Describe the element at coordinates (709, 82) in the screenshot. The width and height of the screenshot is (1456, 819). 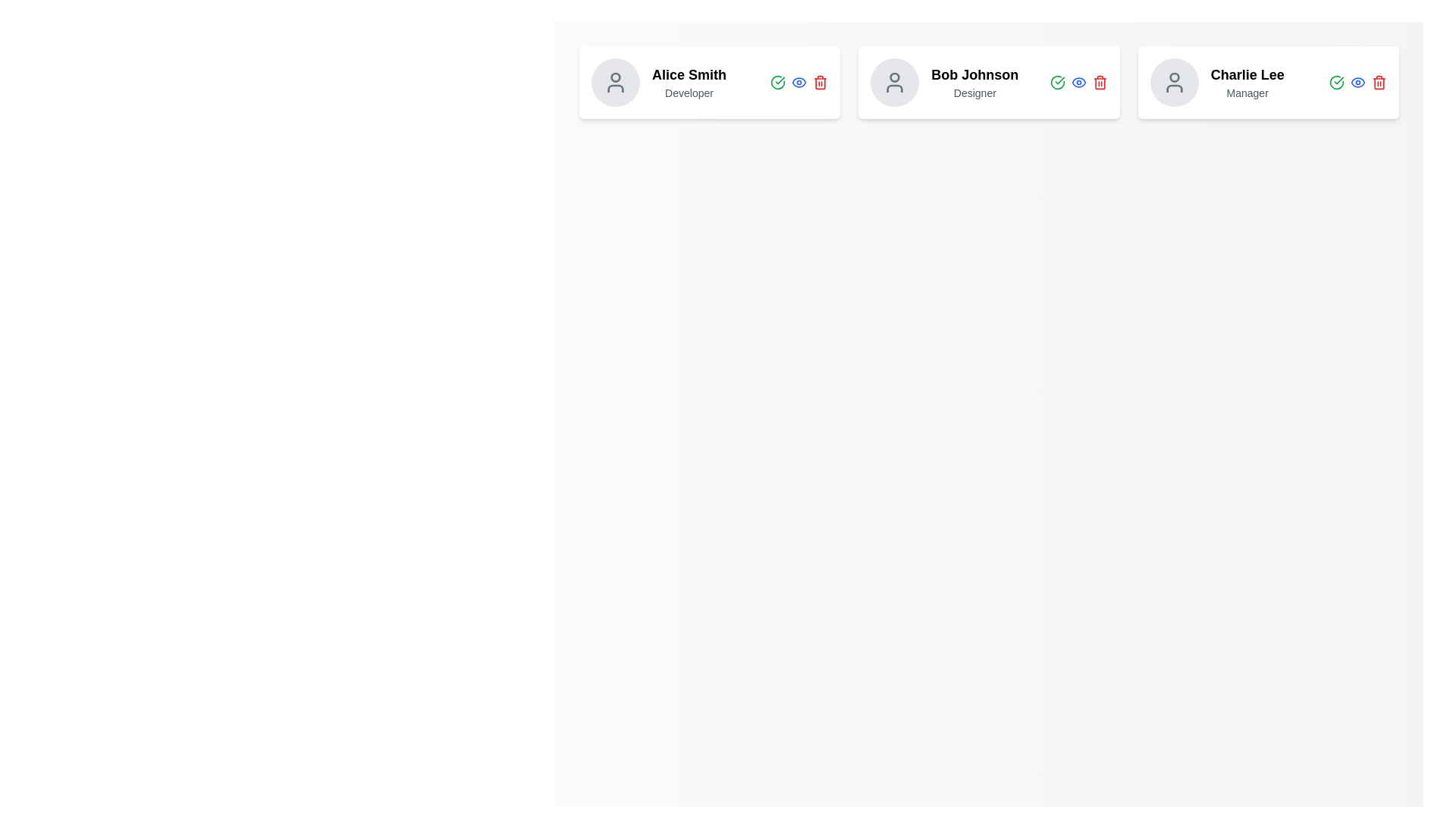
I see `the user profile card located in the top-left corner of the section, which displays user information including name and role` at that location.